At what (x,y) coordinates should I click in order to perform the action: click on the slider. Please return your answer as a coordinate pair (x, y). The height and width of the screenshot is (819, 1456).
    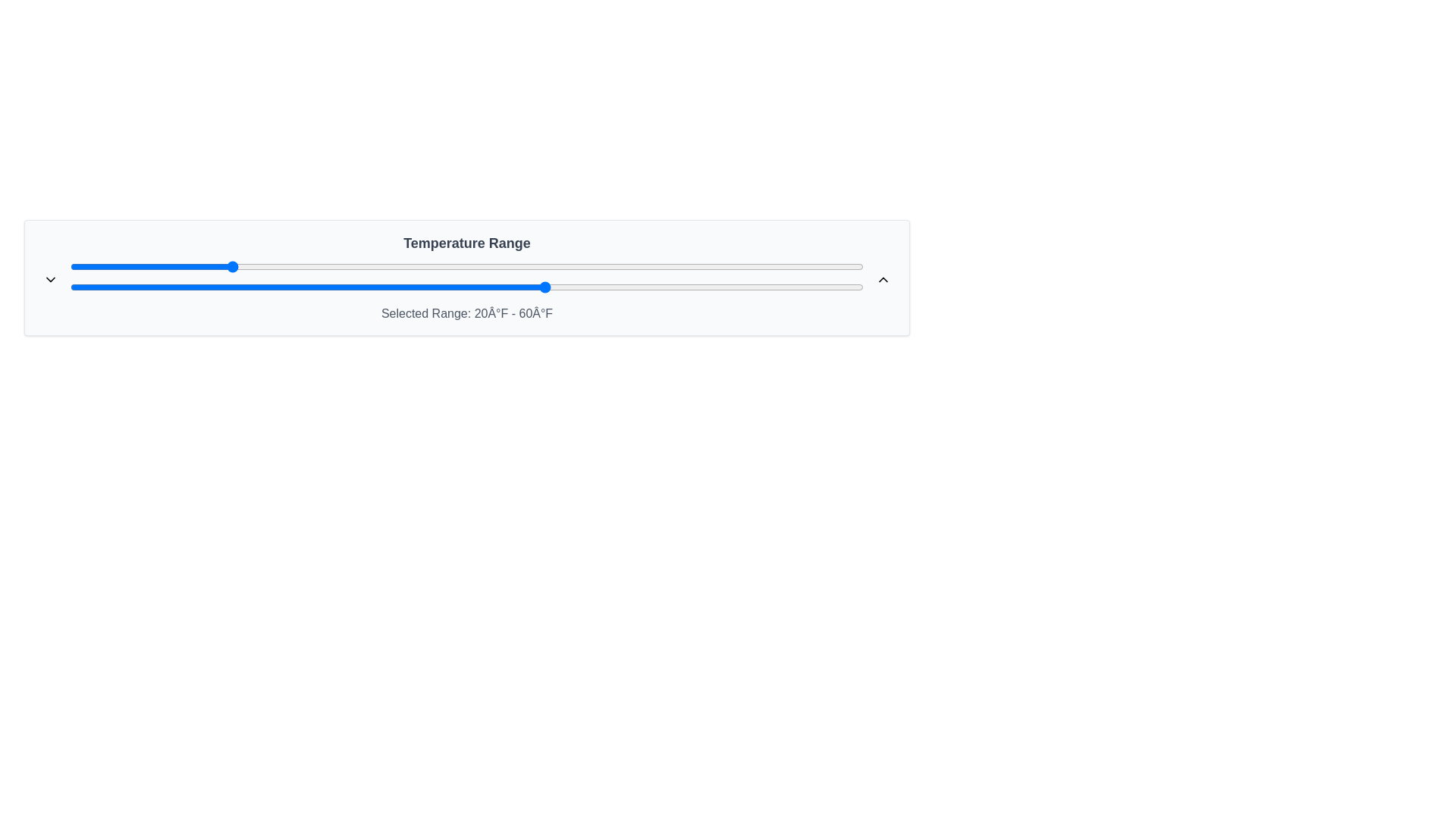
    Looking at the image, I should click on (554, 287).